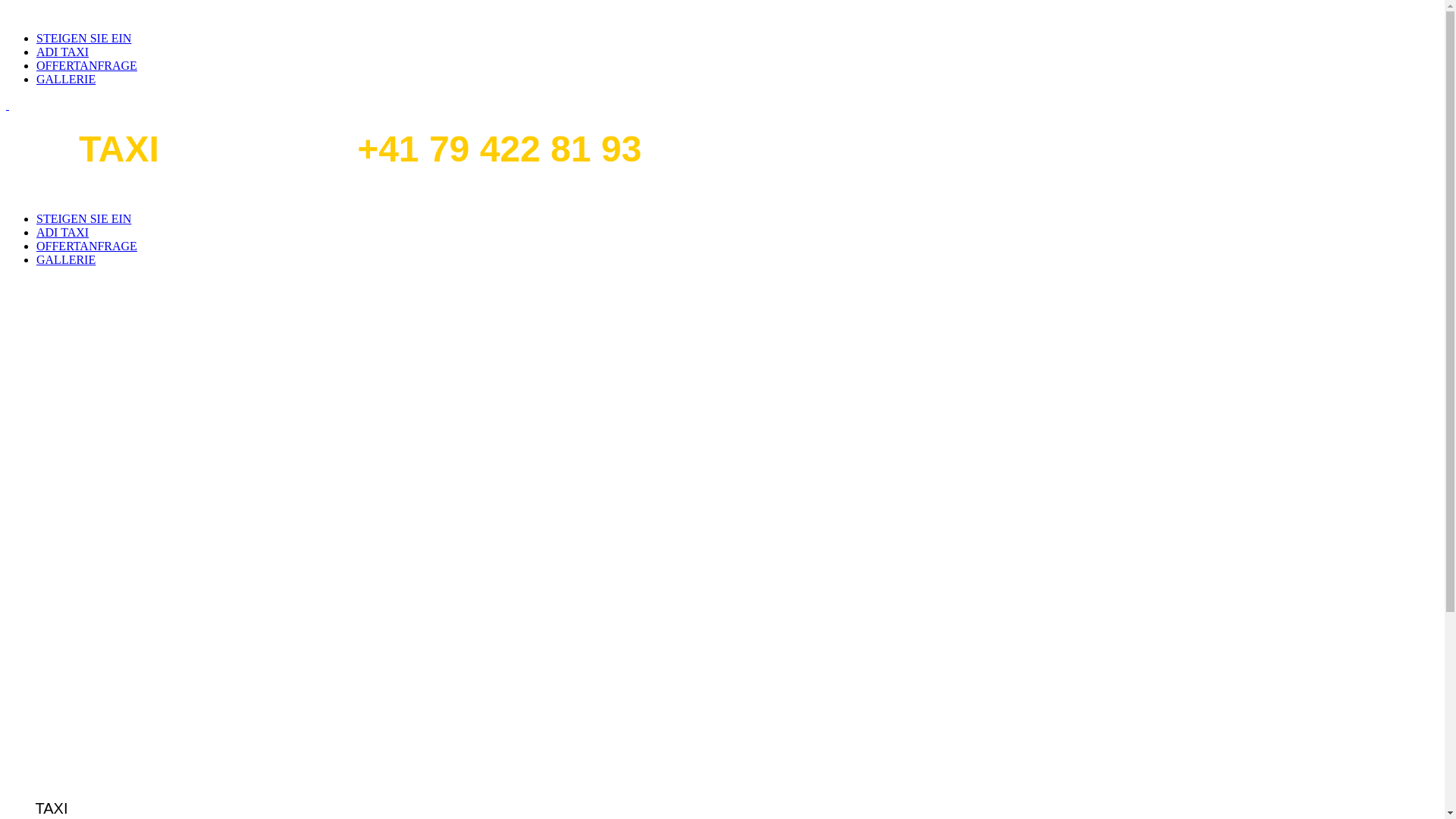 The height and width of the screenshot is (819, 1456). Describe the element at coordinates (83, 37) in the screenshot. I see `'STEIGEN SIE EIN'` at that location.